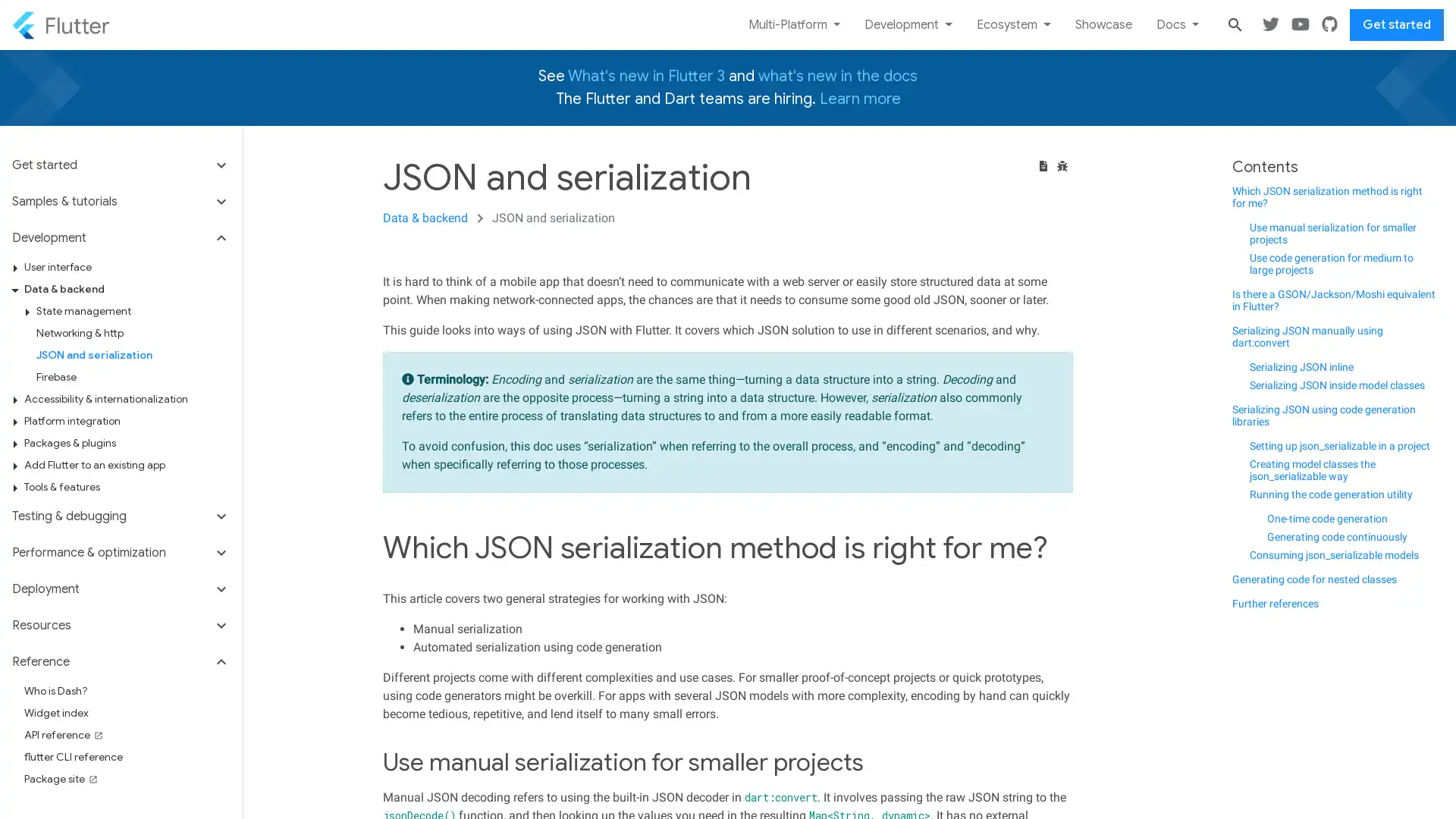 Image resolution: width=1456 pixels, height=819 pixels. What do you see at coordinates (127, 464) in the screenshot?
I see `arrow_drop_down Add Flutter to an existing app` at bounding box center [127, 464].